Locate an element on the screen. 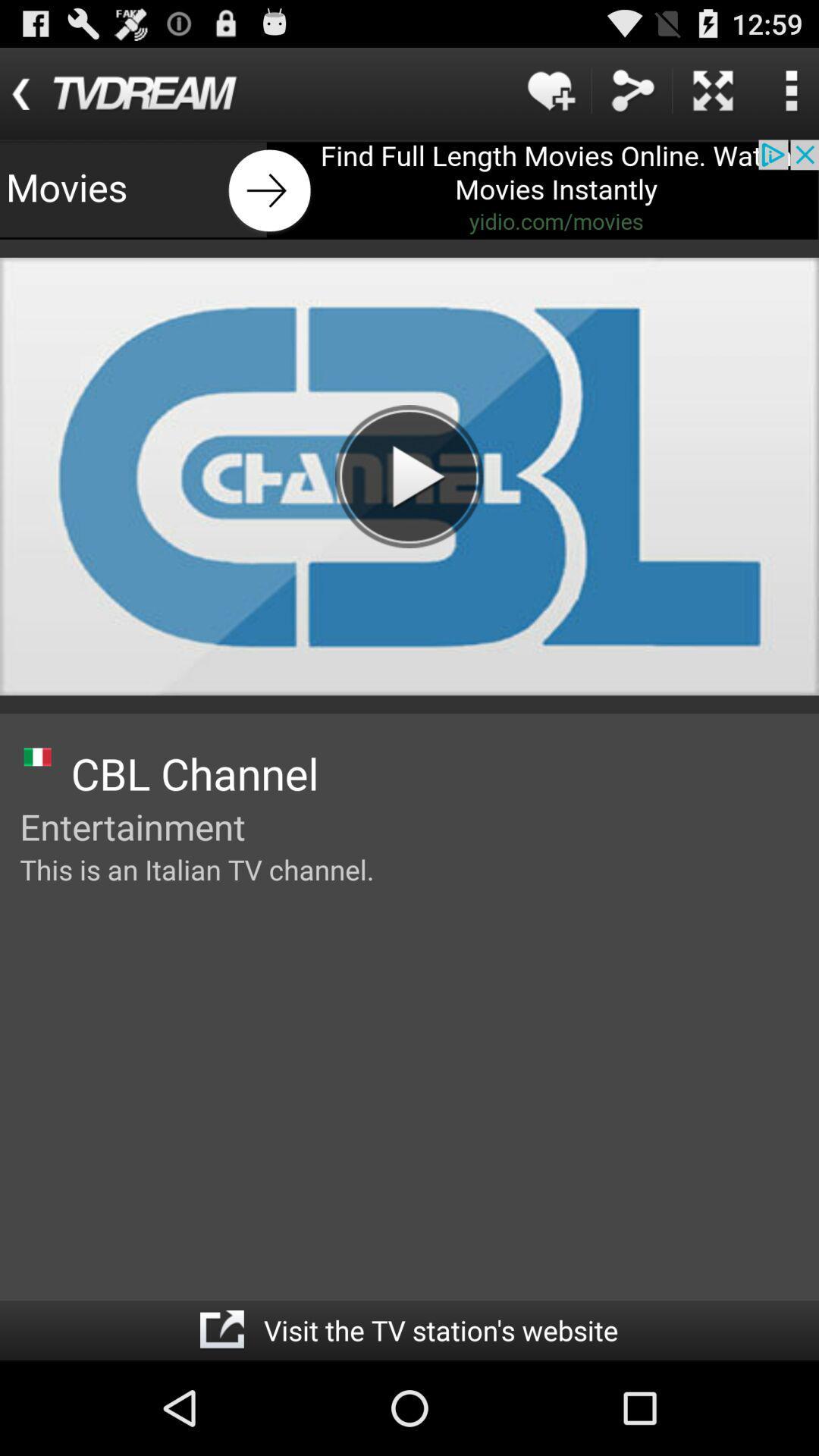 The image size is (819, 1456). movies find full lenth movies online movies instantly is located at coordinates (409, 189).